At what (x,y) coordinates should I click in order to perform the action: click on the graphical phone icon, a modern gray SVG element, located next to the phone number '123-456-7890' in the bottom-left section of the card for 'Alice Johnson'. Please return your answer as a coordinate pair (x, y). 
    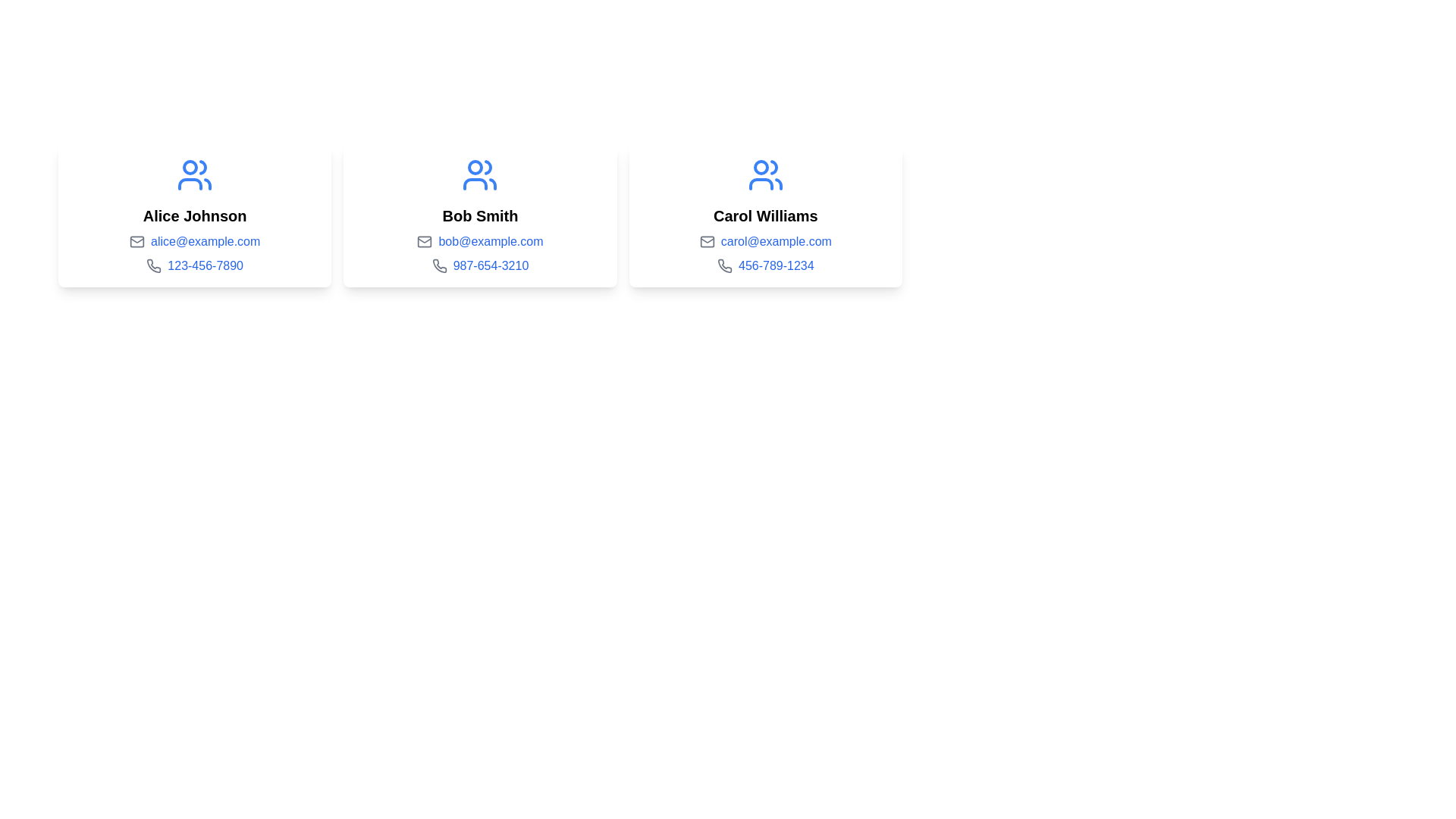
    Looking at the image, I should click on (154, 265).